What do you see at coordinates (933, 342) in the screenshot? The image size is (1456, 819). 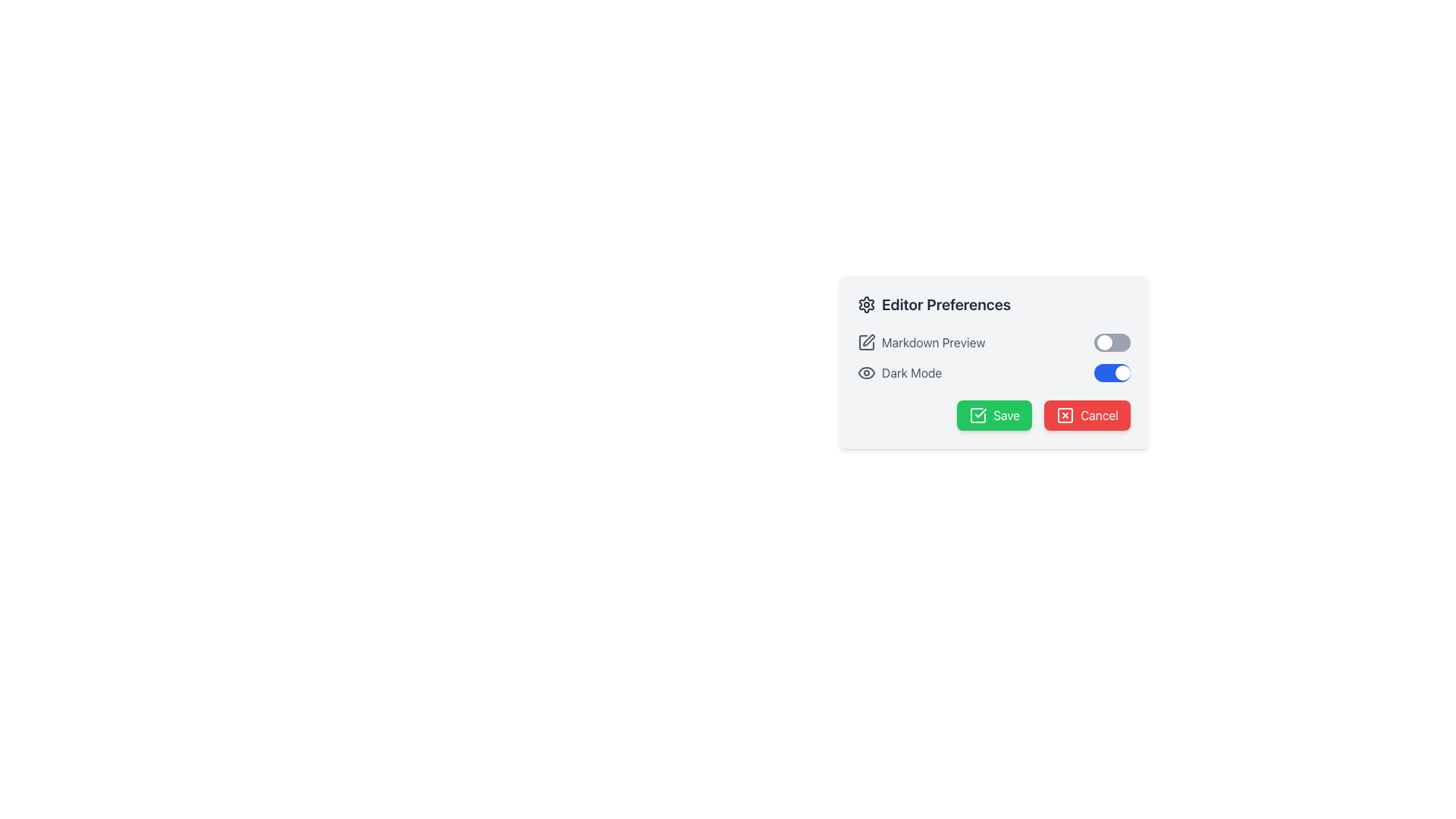 I see `the static text element displaying 'Markdown Preview' styled in gray, positioned to the right of the pencil and square icon in the 'Editor Preferences' modal` at bounding box center [933, 342].